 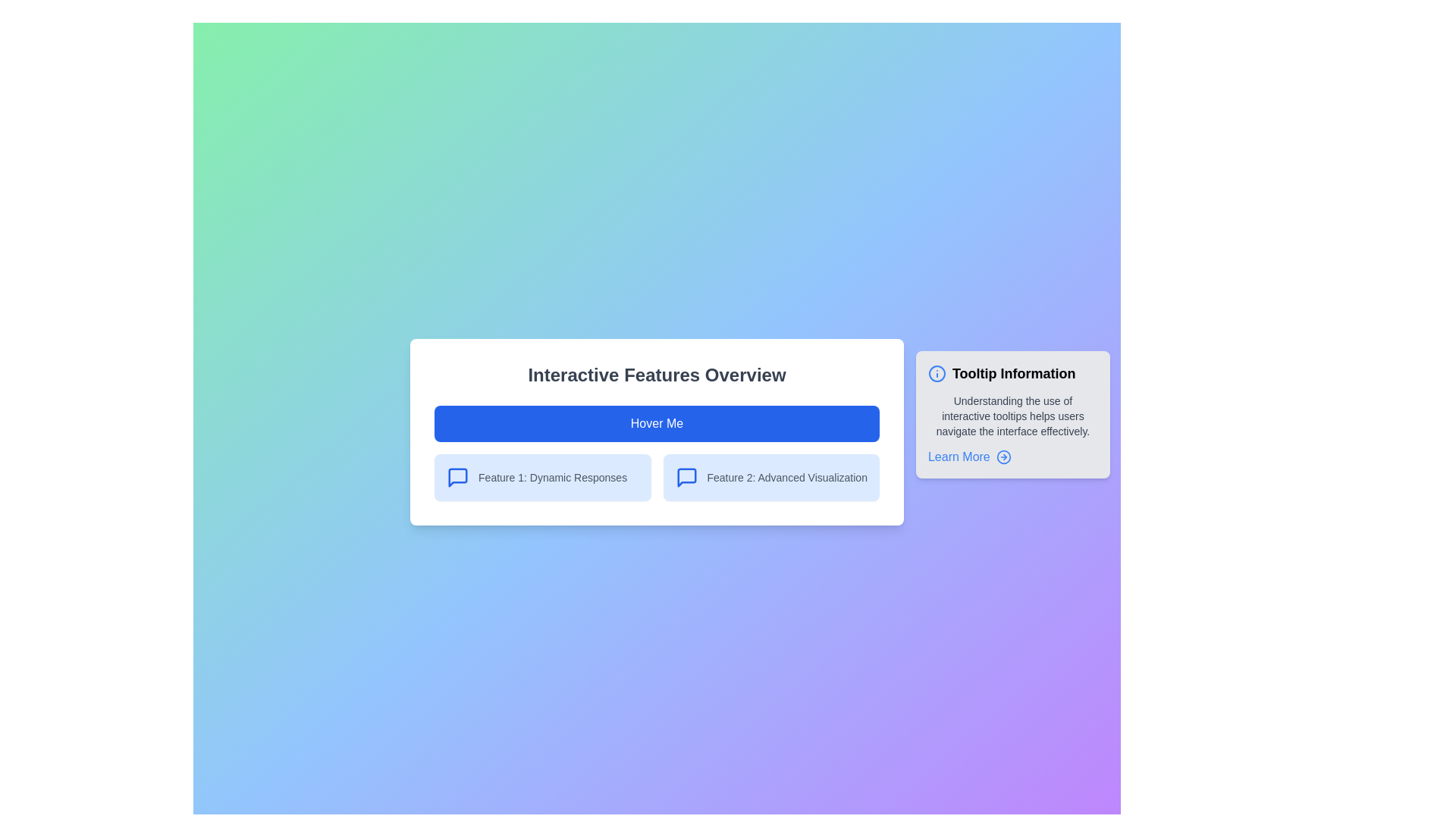 I want to click on the text element that serves as the title for the tooltip box, located near the upper portion of the tooltip, positioned to the right of the central interface, so click(x=1012, y=374).